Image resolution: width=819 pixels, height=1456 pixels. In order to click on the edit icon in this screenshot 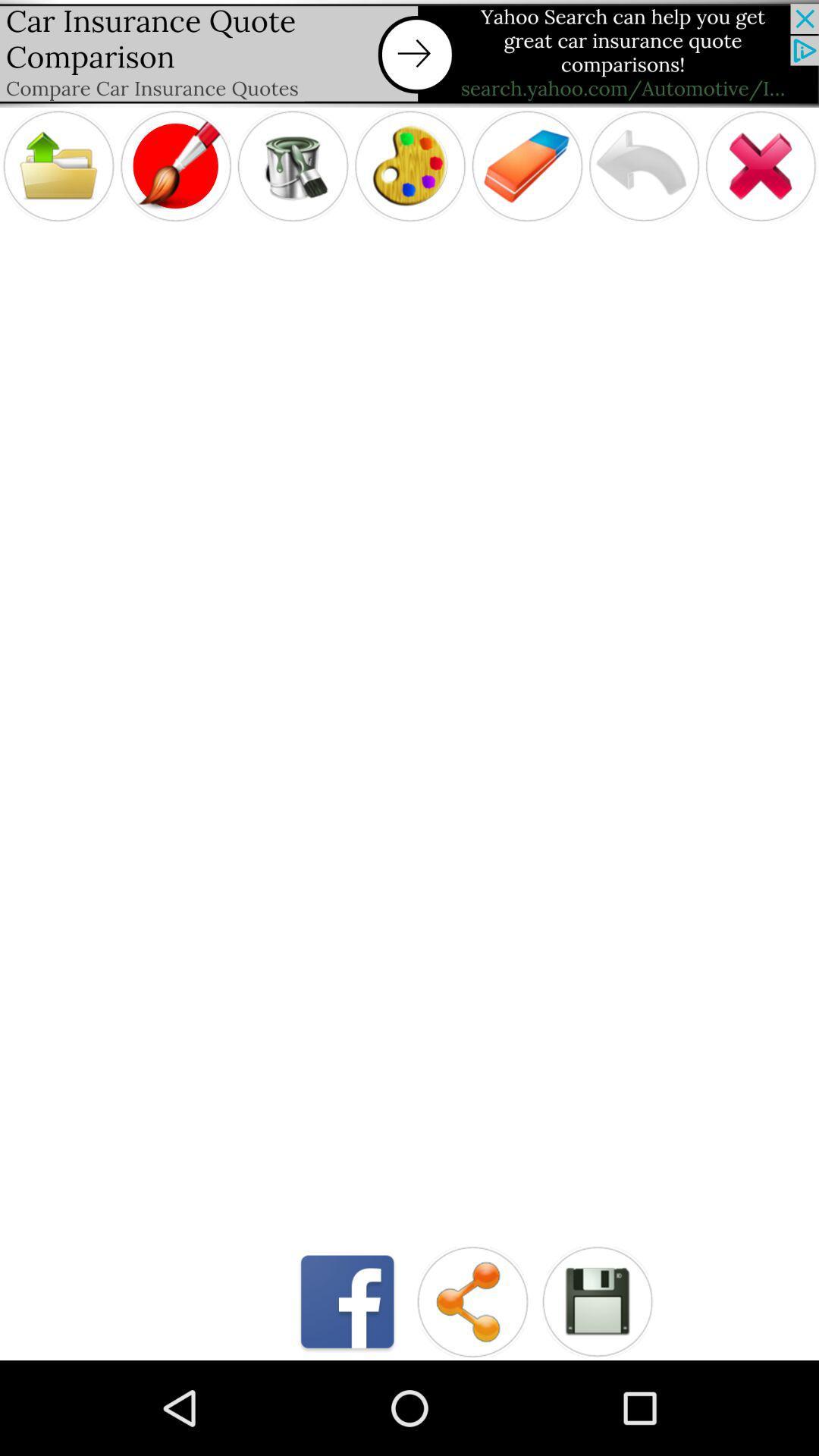, I will do `click(174, 177)`.